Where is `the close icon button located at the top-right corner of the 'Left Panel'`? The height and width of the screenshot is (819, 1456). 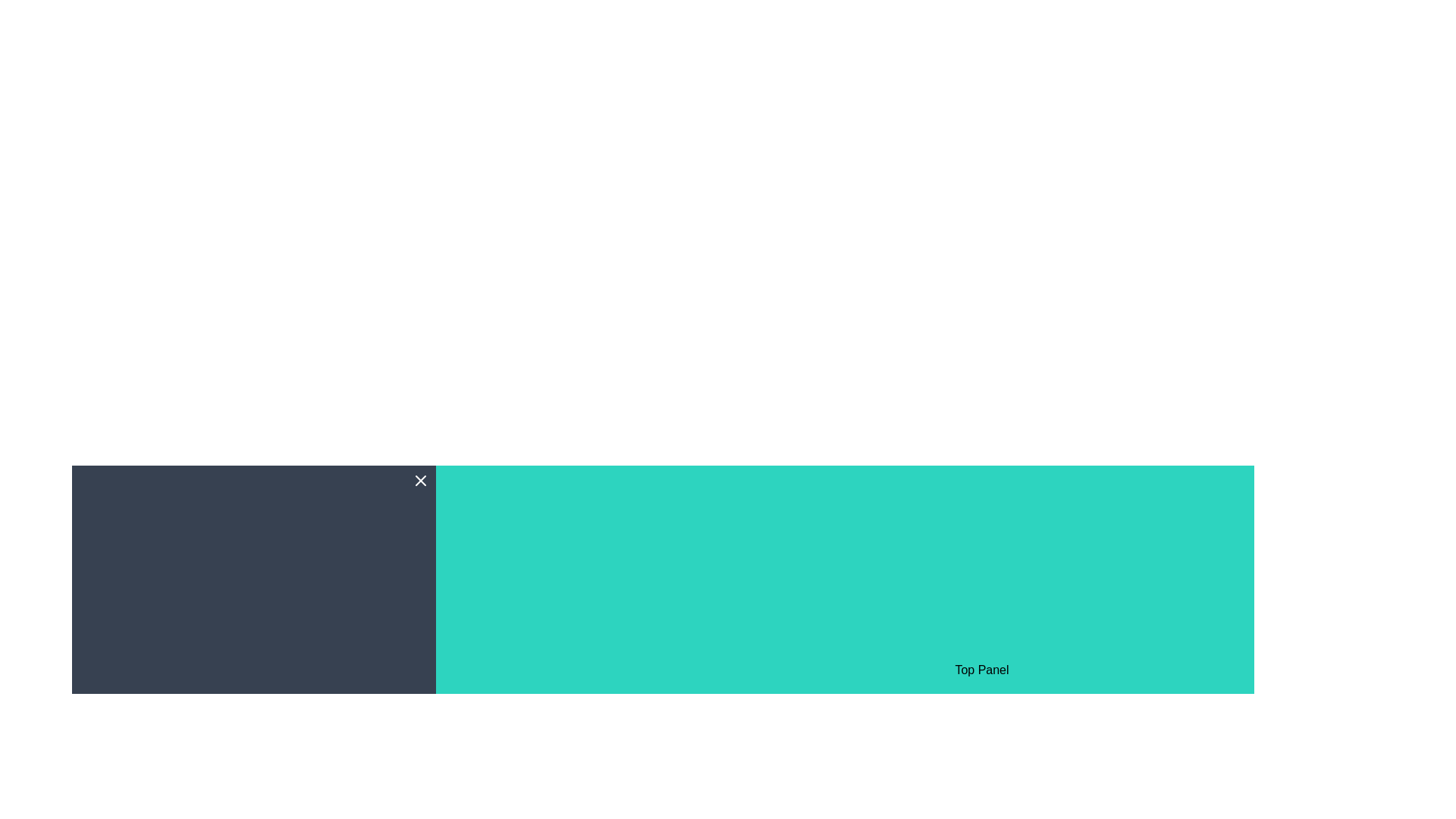 the close icon button located at the top-right corner of the 'Left Panel' is located at coordinates (421, 480).